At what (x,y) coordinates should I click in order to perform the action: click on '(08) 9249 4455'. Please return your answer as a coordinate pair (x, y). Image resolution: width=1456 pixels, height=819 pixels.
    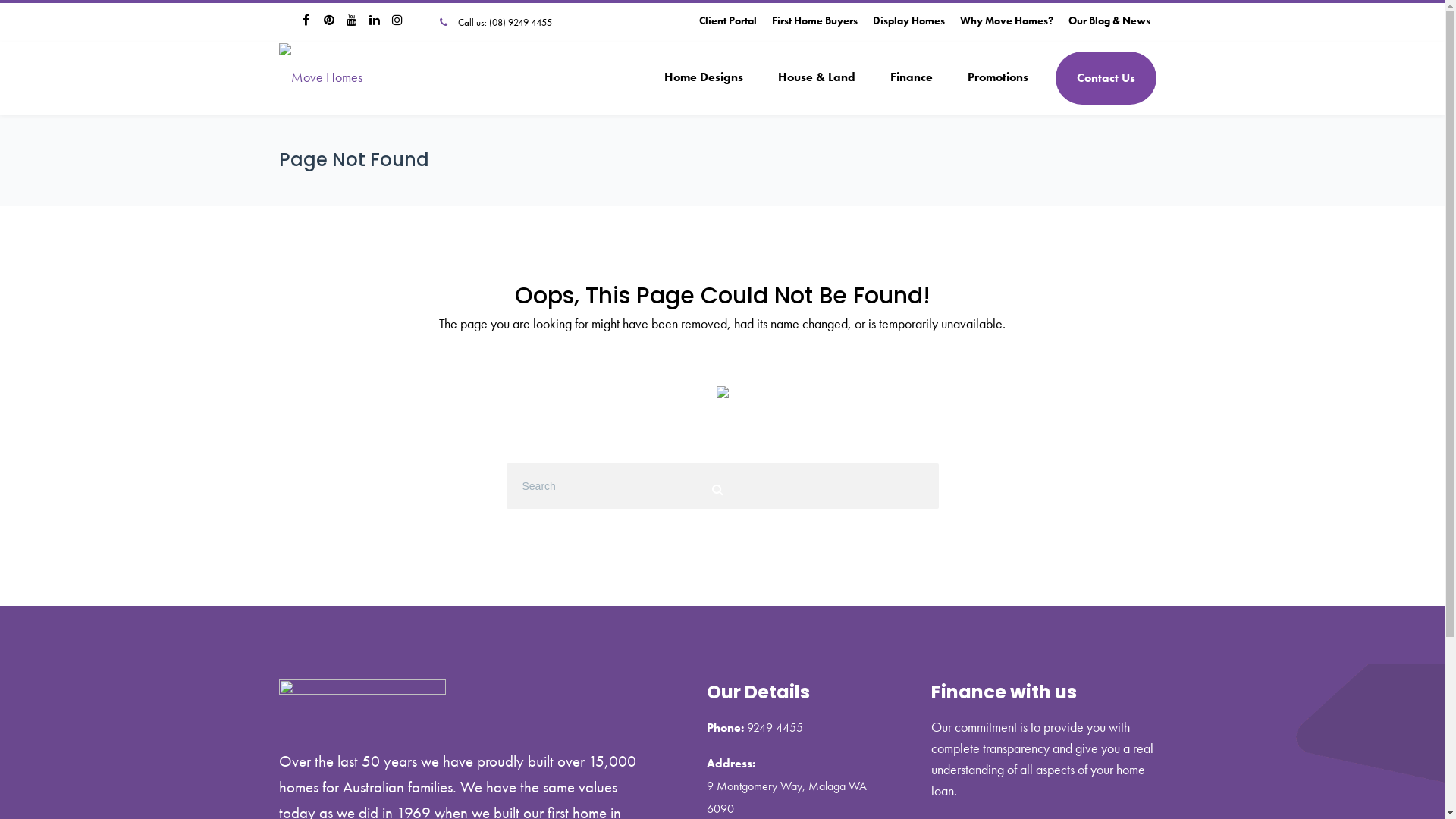
    Looking at the image, I should click on (519, 22).